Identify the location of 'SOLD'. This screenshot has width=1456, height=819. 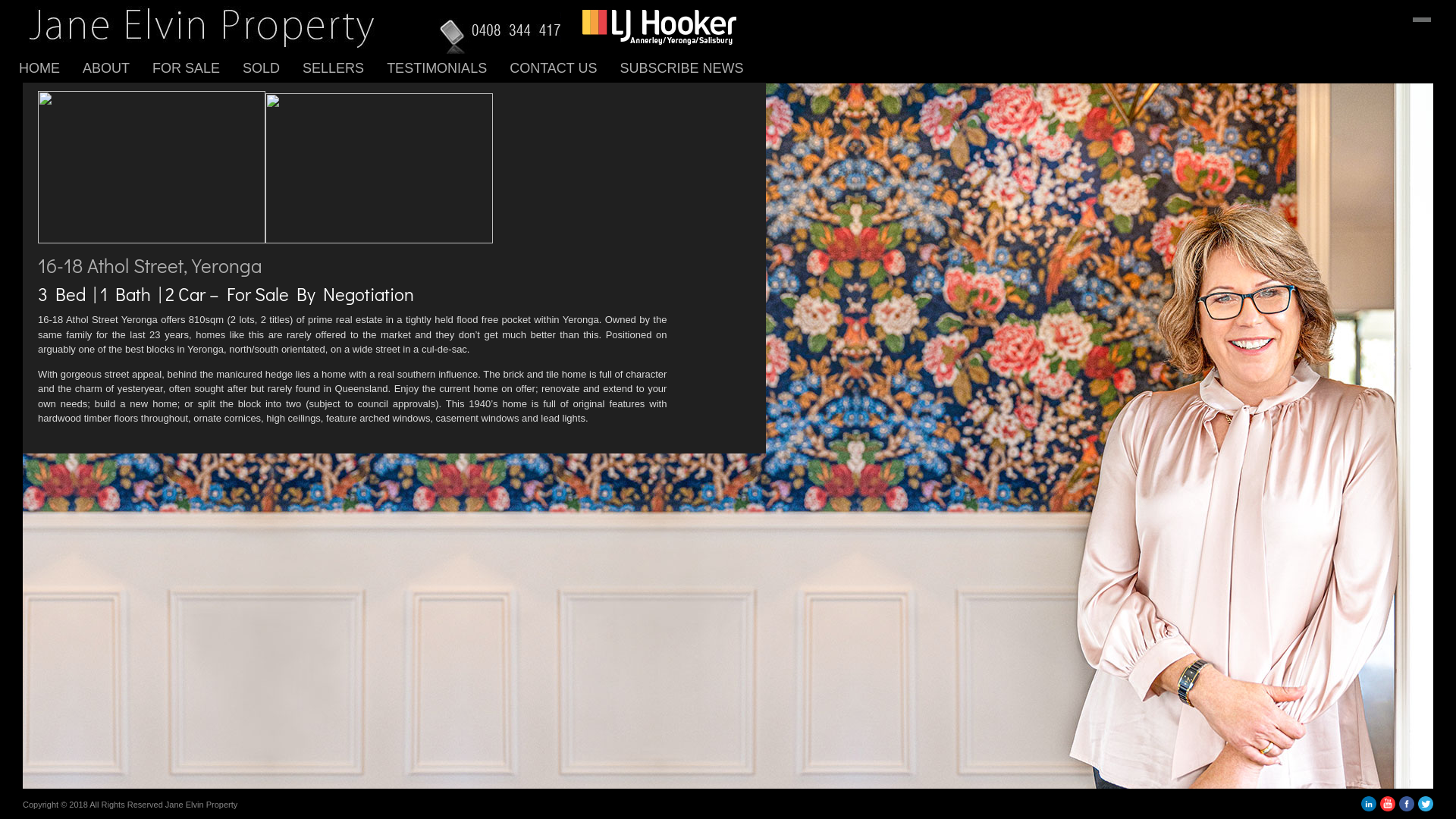
(243, 67).